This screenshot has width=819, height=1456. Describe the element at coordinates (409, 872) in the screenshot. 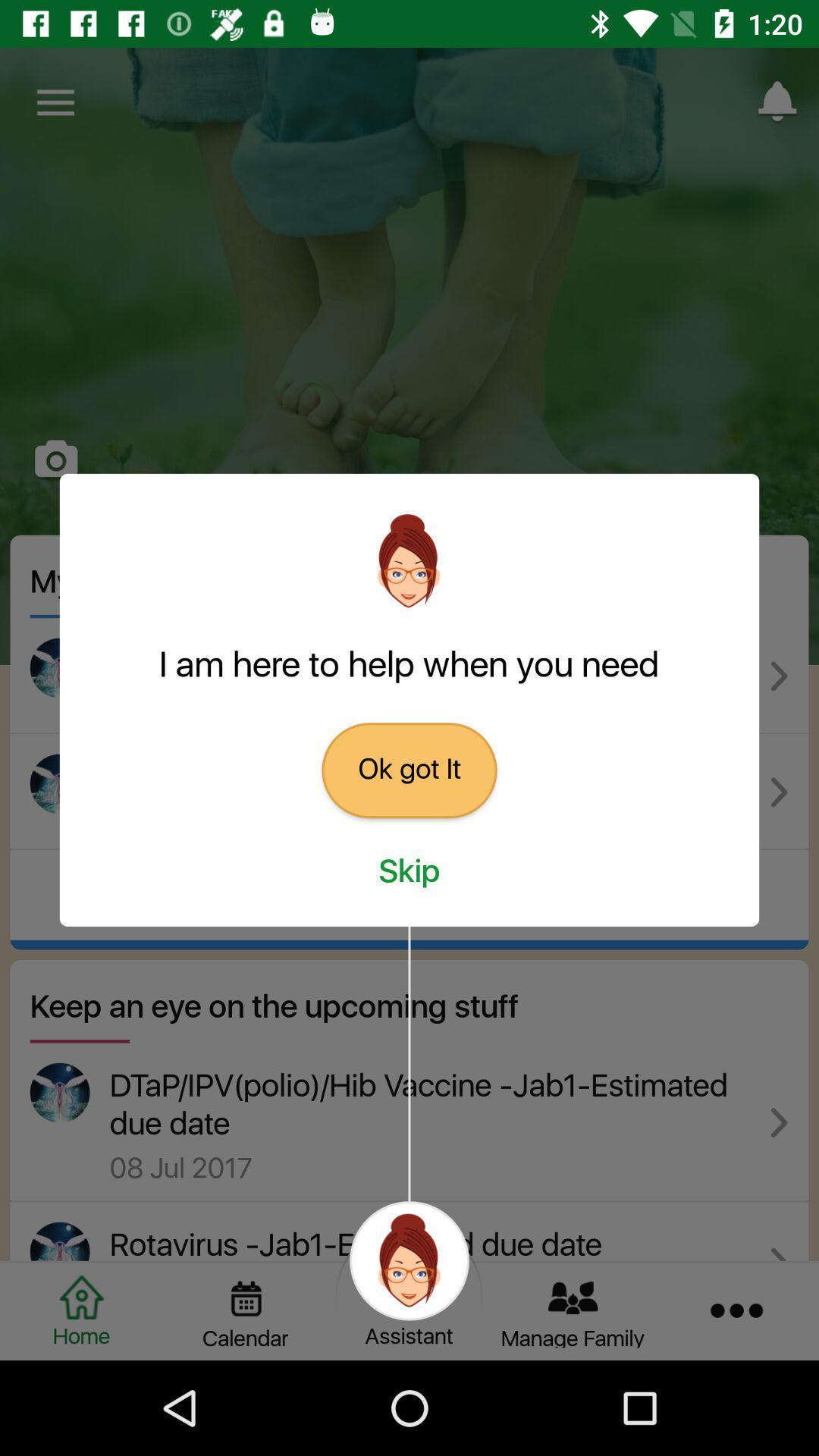

I see `icon below the ok got it icon` at that location.